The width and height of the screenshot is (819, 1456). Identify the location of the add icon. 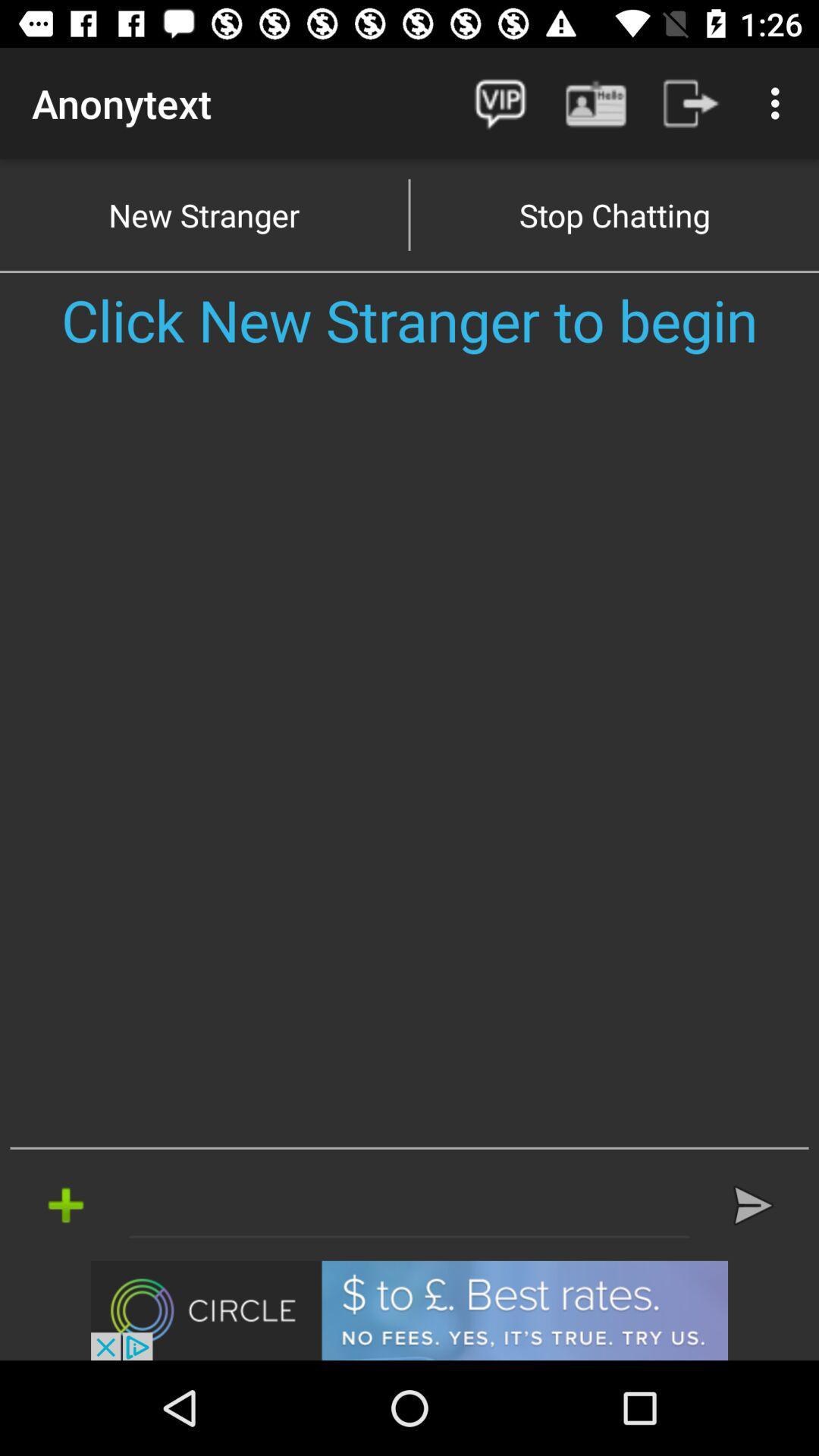
(65, 1204).